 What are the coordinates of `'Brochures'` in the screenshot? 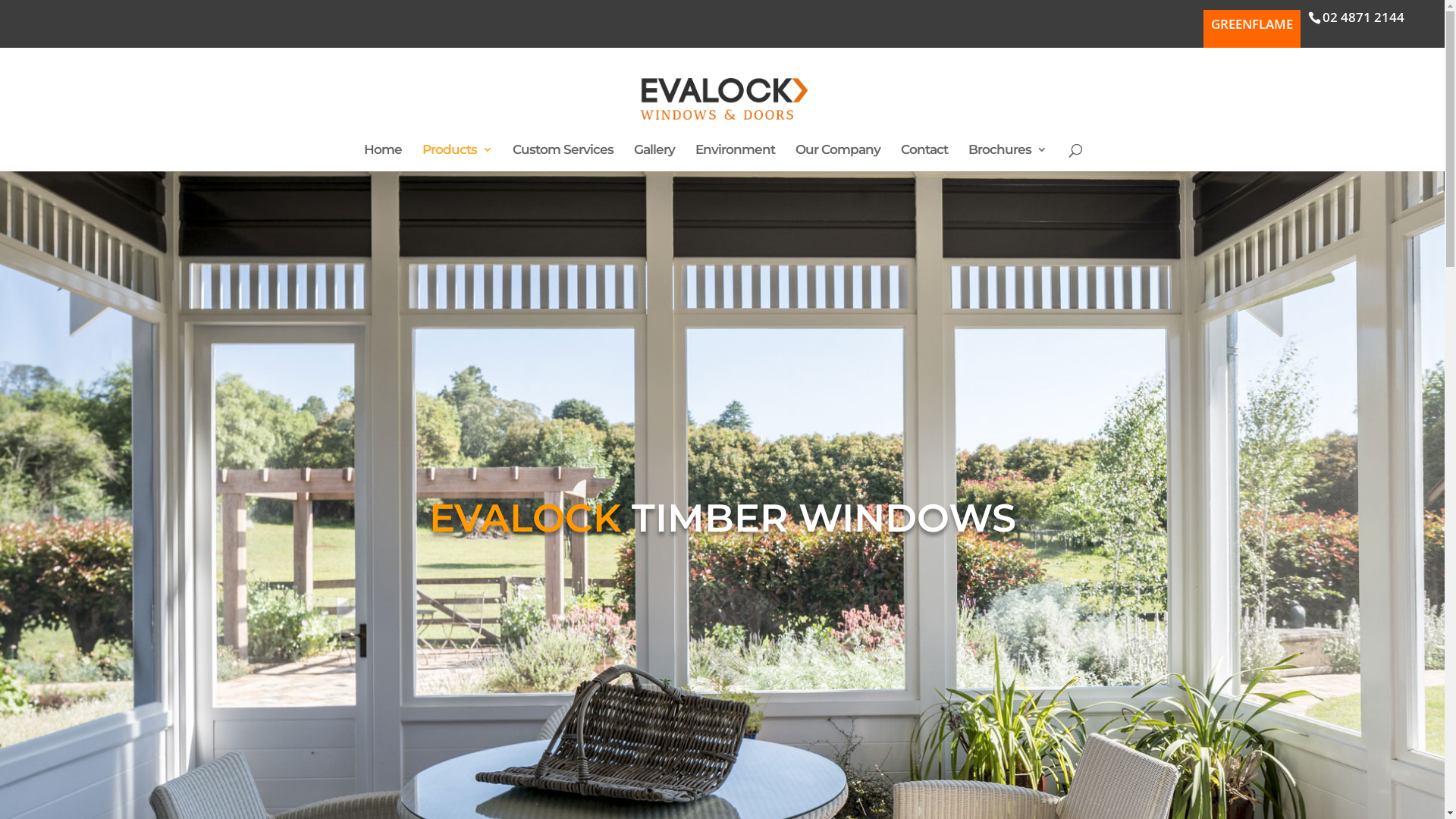 It's located at (1007, 158).